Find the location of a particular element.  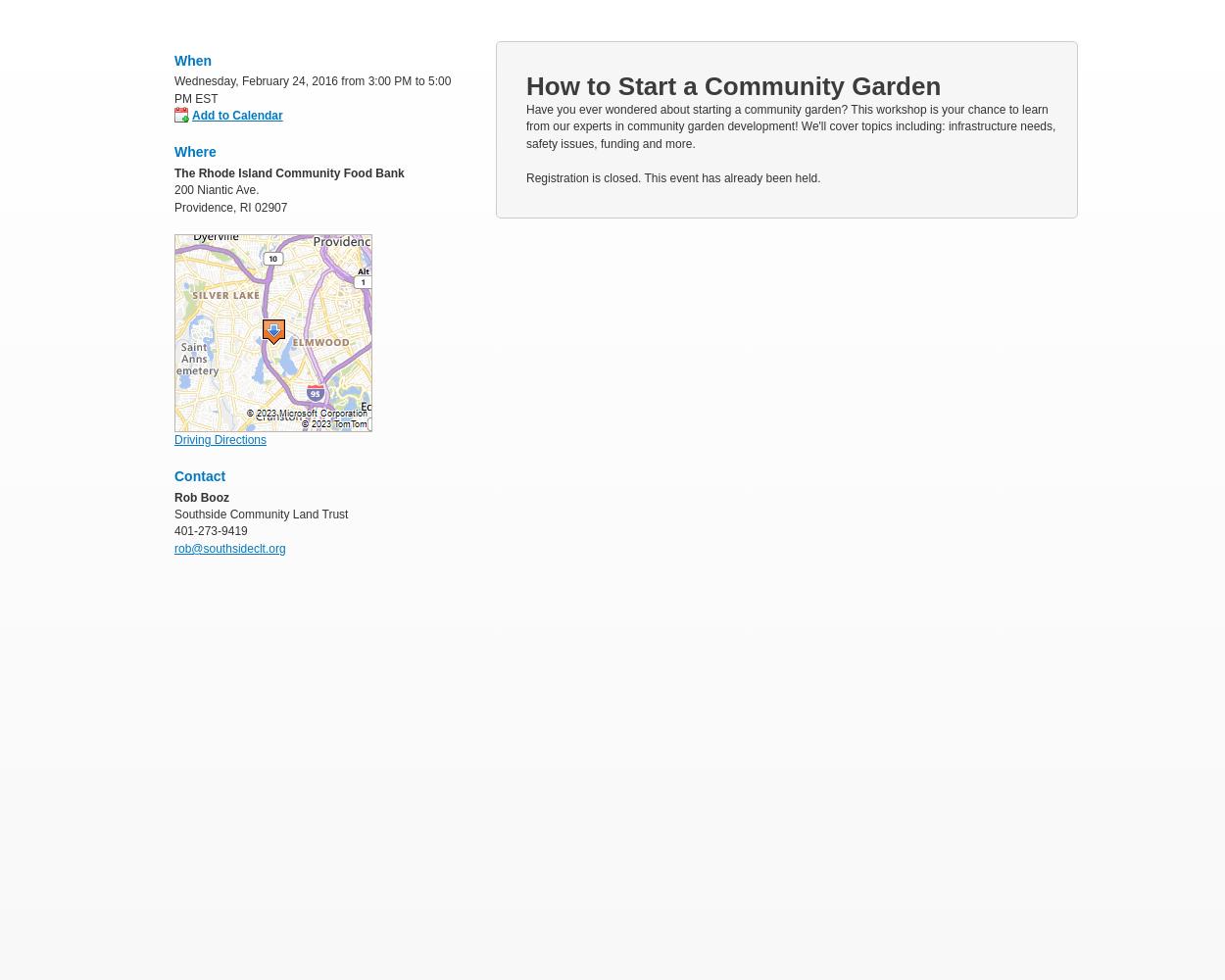

'Driving Directions' is located at coordinates (220, 438).